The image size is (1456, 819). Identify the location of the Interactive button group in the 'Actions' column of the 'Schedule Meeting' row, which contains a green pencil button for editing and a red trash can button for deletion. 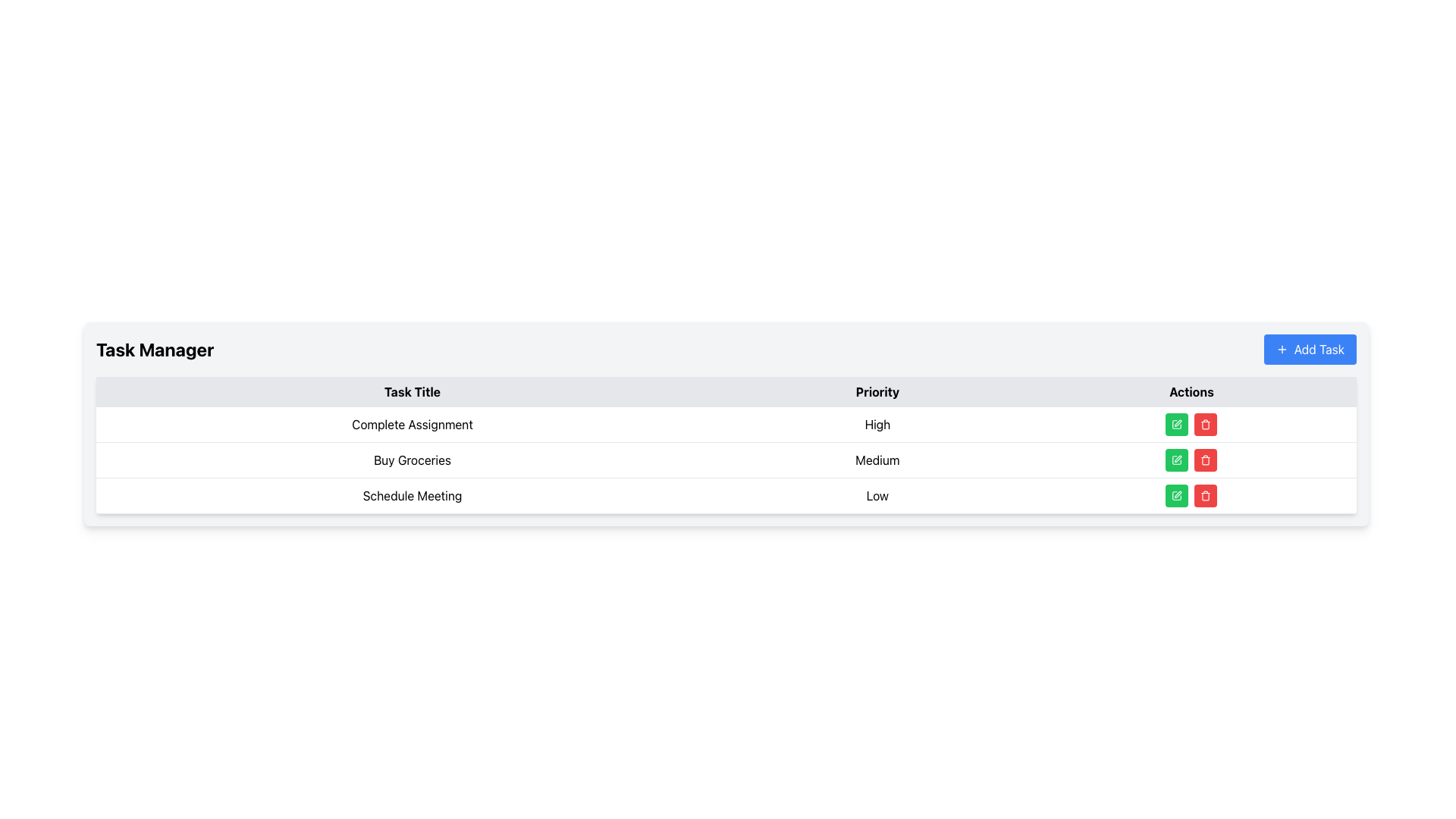
(1191, 496).